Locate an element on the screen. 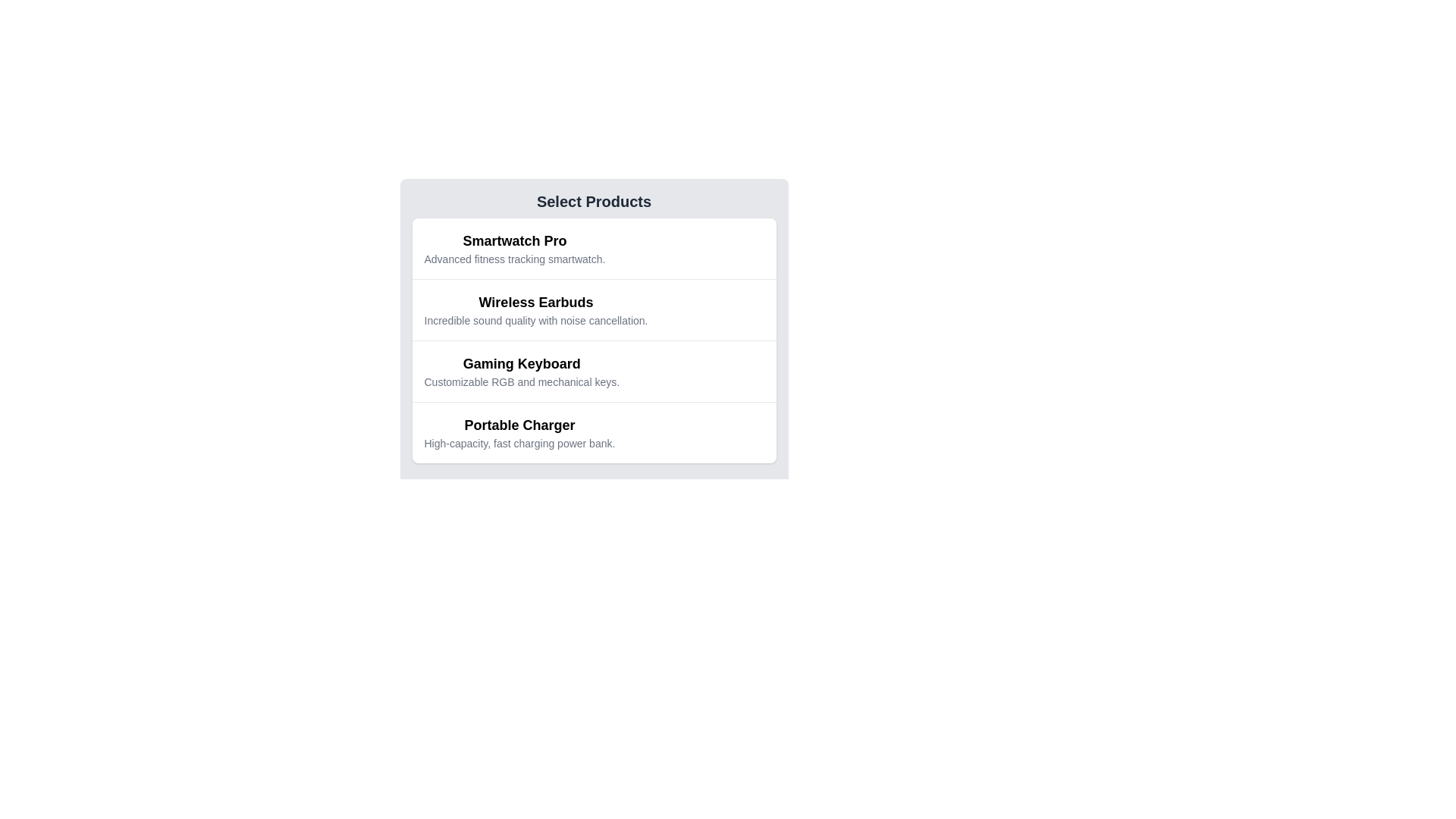 The width and height of the screenshot is (1456, 819). the description text element located below the 'Gaming Keyboard' title in the product list is located at coordinates (522, 381).